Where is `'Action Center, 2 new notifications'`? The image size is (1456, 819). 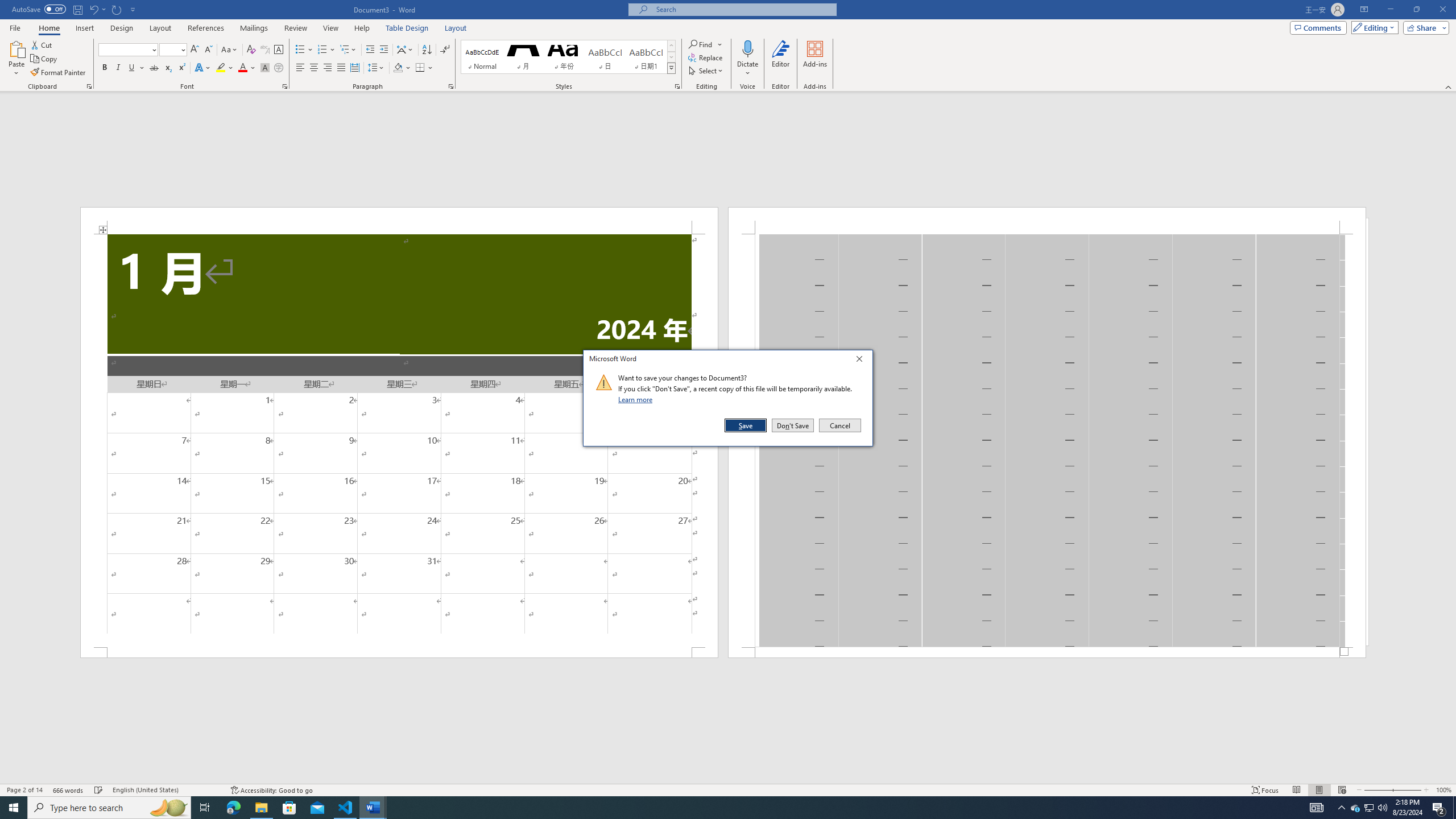
'Action Center, 2 new notifications' is located at coordinates (1439, 806).